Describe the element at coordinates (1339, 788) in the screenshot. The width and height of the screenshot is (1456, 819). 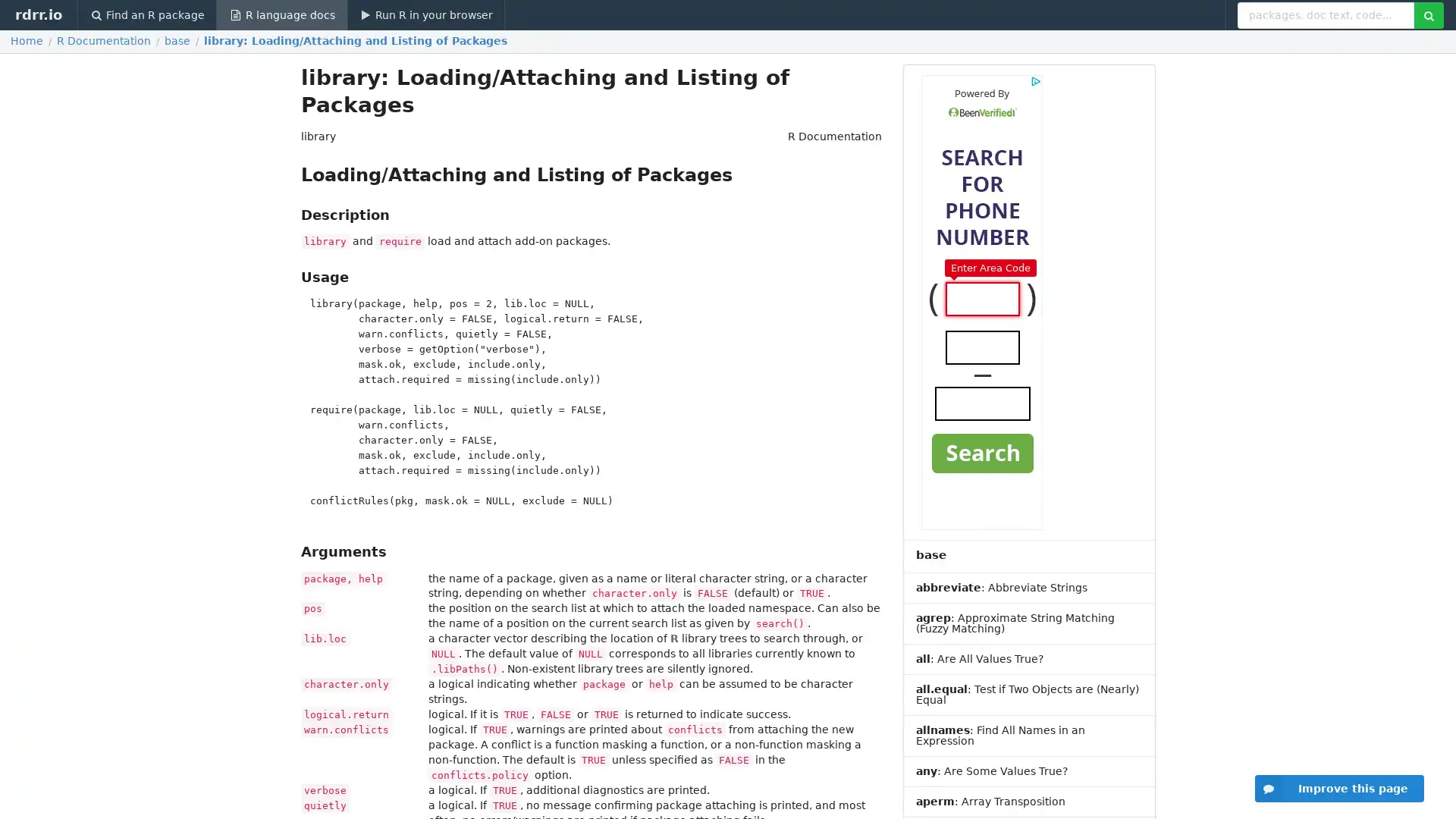
I see `Improve this page` at that location.